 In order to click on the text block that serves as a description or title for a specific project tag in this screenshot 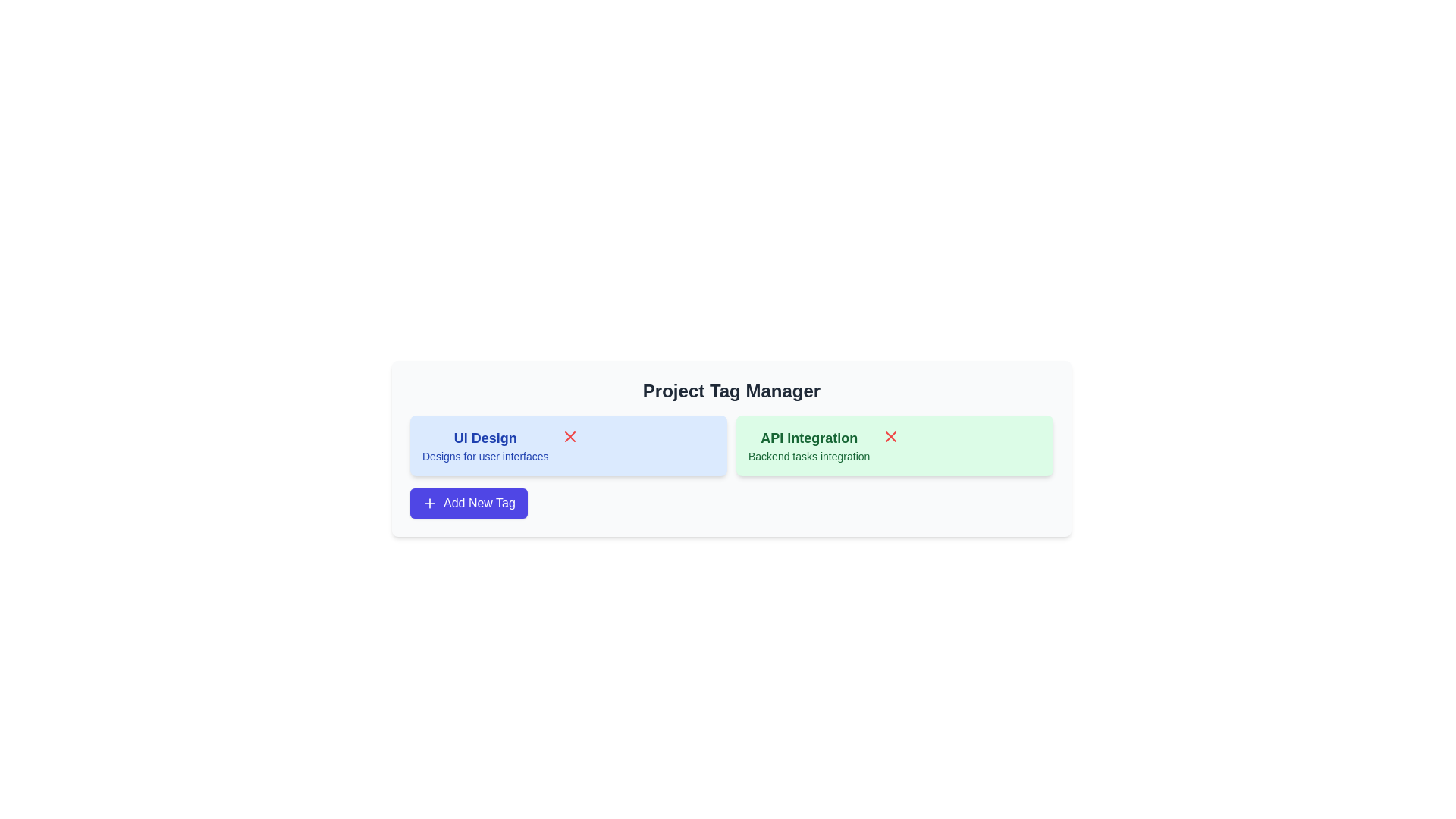, I will do `click(484, 444)`.